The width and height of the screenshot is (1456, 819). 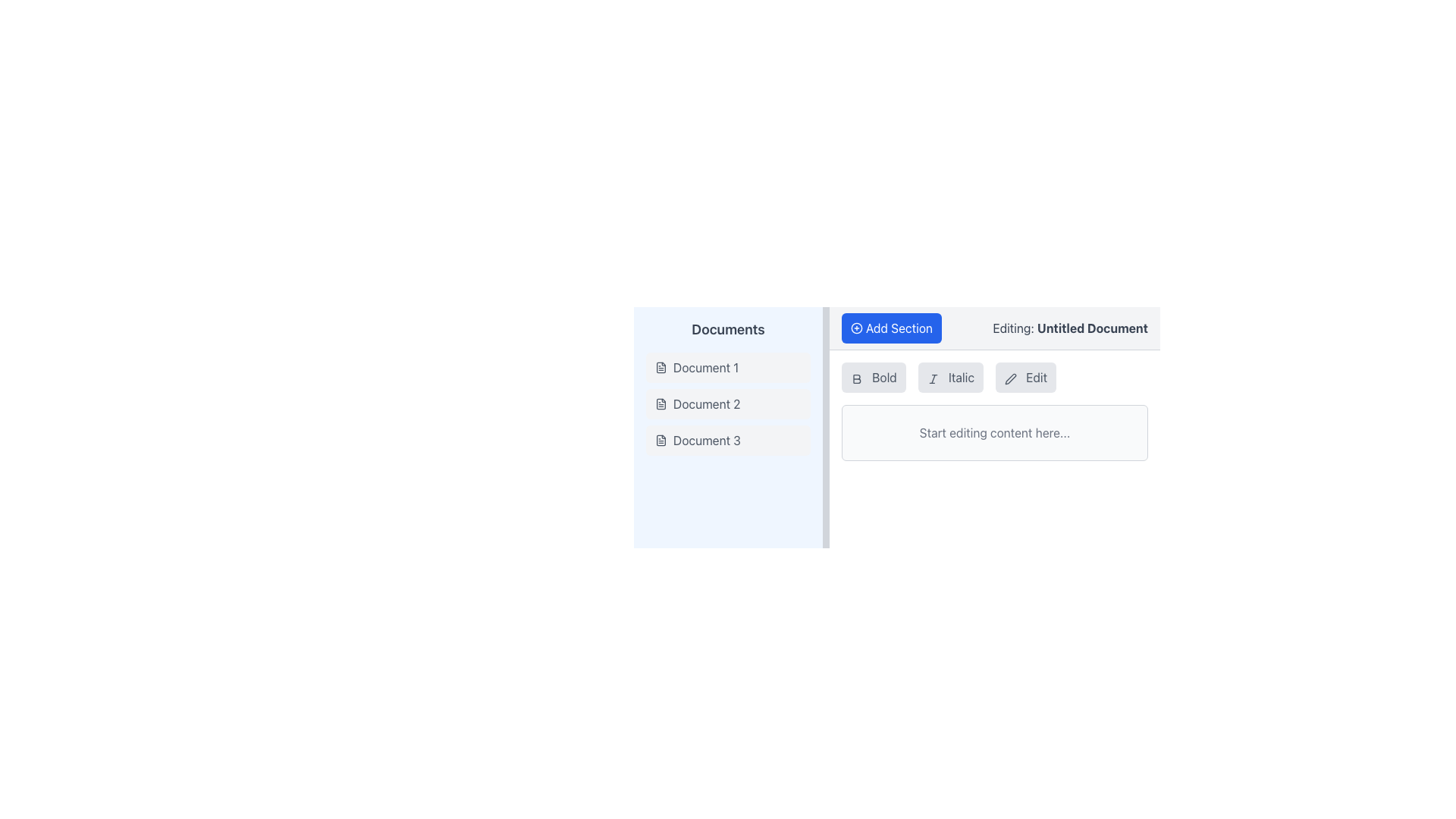 What do you see at coordinates (994, 432) in the screenshot?
I see `the Text Label displaying the placeholder text 'Start editing content here...' which is located in a rounded box below the buttons labeled 'Bold,' 'Italic,' and 'Edit.'` at bounding box center [994, 432].